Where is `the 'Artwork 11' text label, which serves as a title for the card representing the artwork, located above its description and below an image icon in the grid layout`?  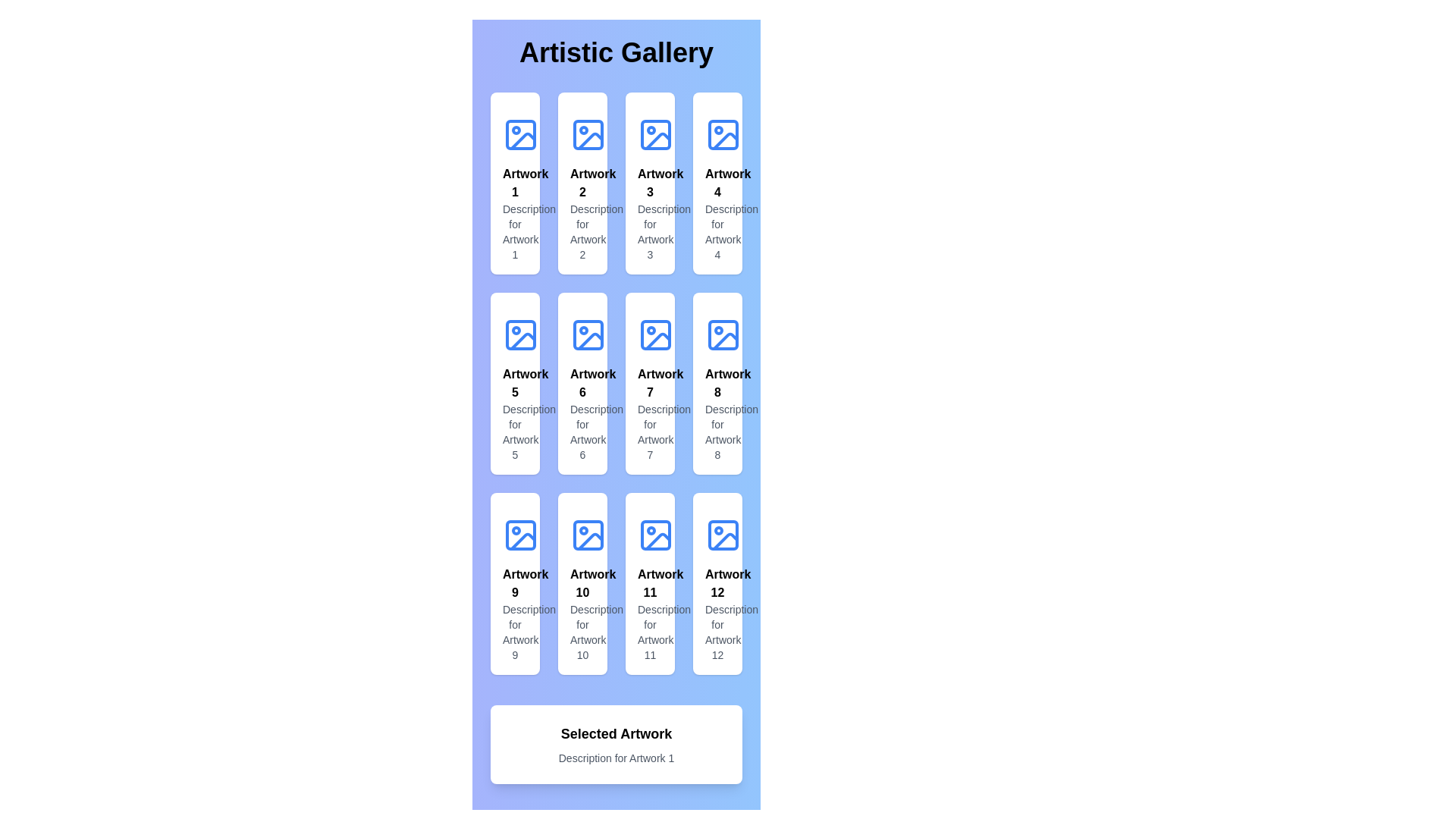
the 'Artwork 11' text label, which serves as a title for the card representing the artwork, located above its description and below an image icon in the grid layout is located at coordinates (650, 583).